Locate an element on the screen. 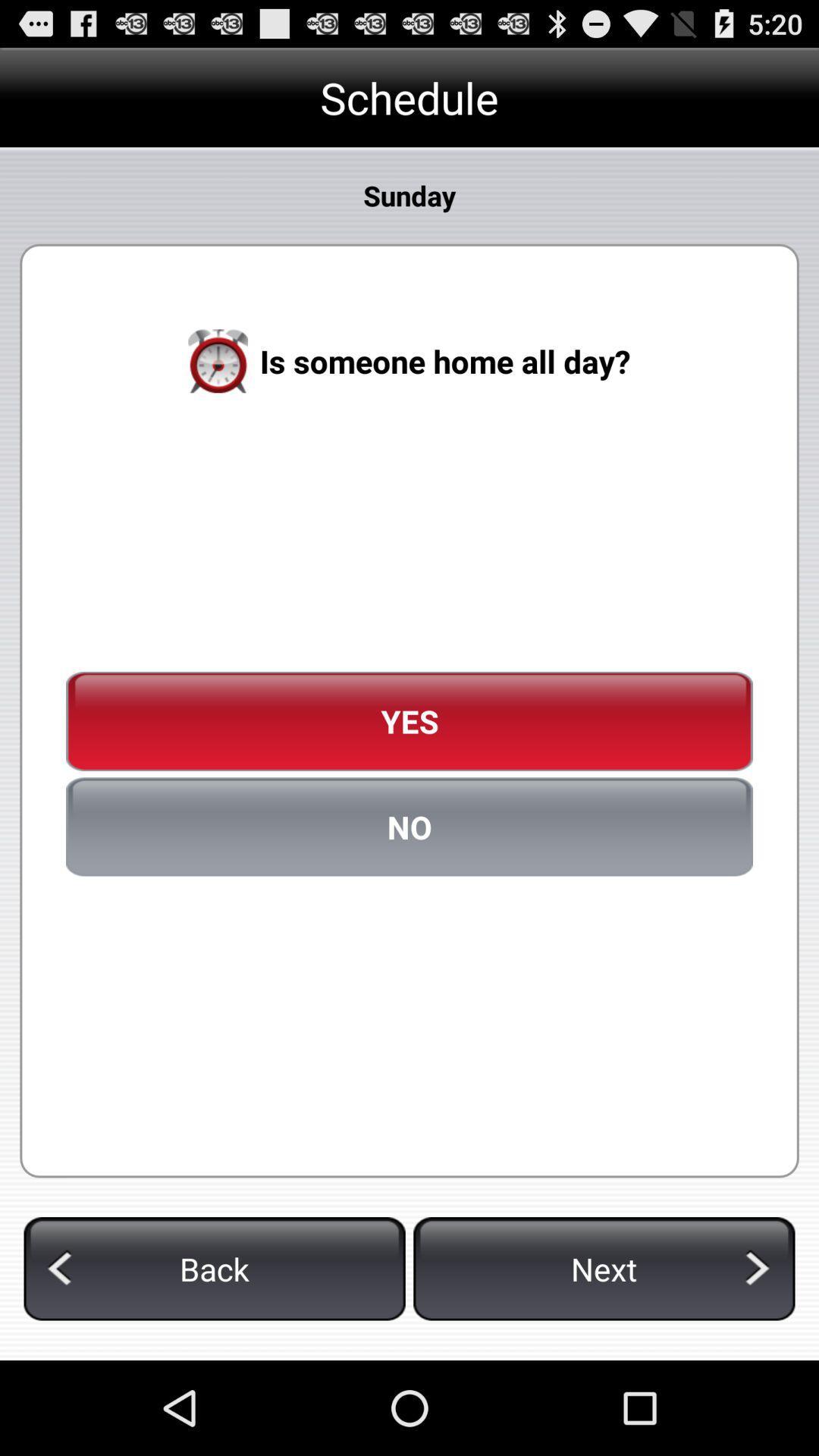 Image resolution: width=819 pixels, height=1456 pixels. the radio button below no item is located at coordinates (215, 1269).